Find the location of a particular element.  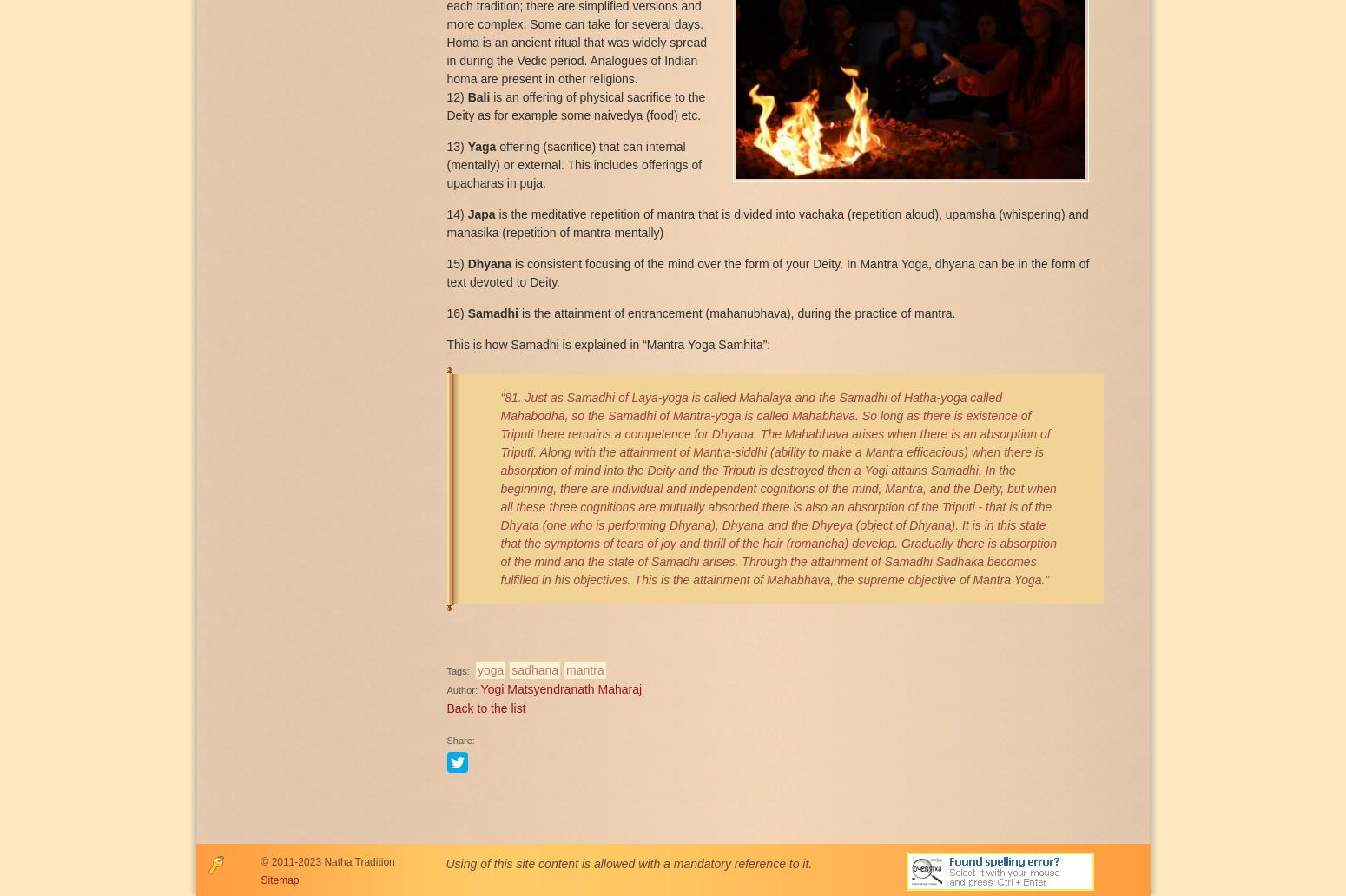

'Bali' is located at coordinates (466, 96).